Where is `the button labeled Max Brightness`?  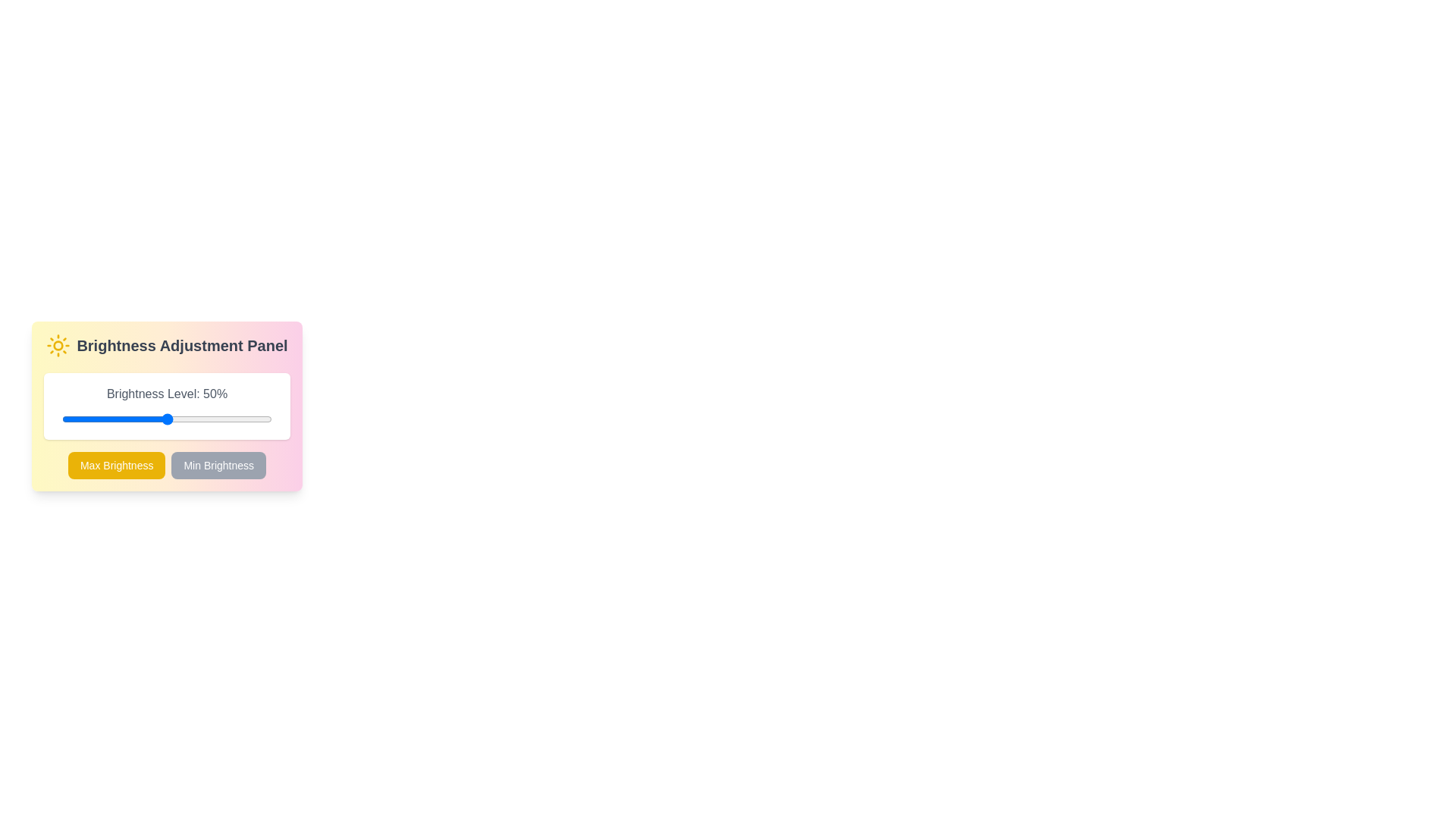 the button labeled Max Brightness is located at coordinates (115, 464).